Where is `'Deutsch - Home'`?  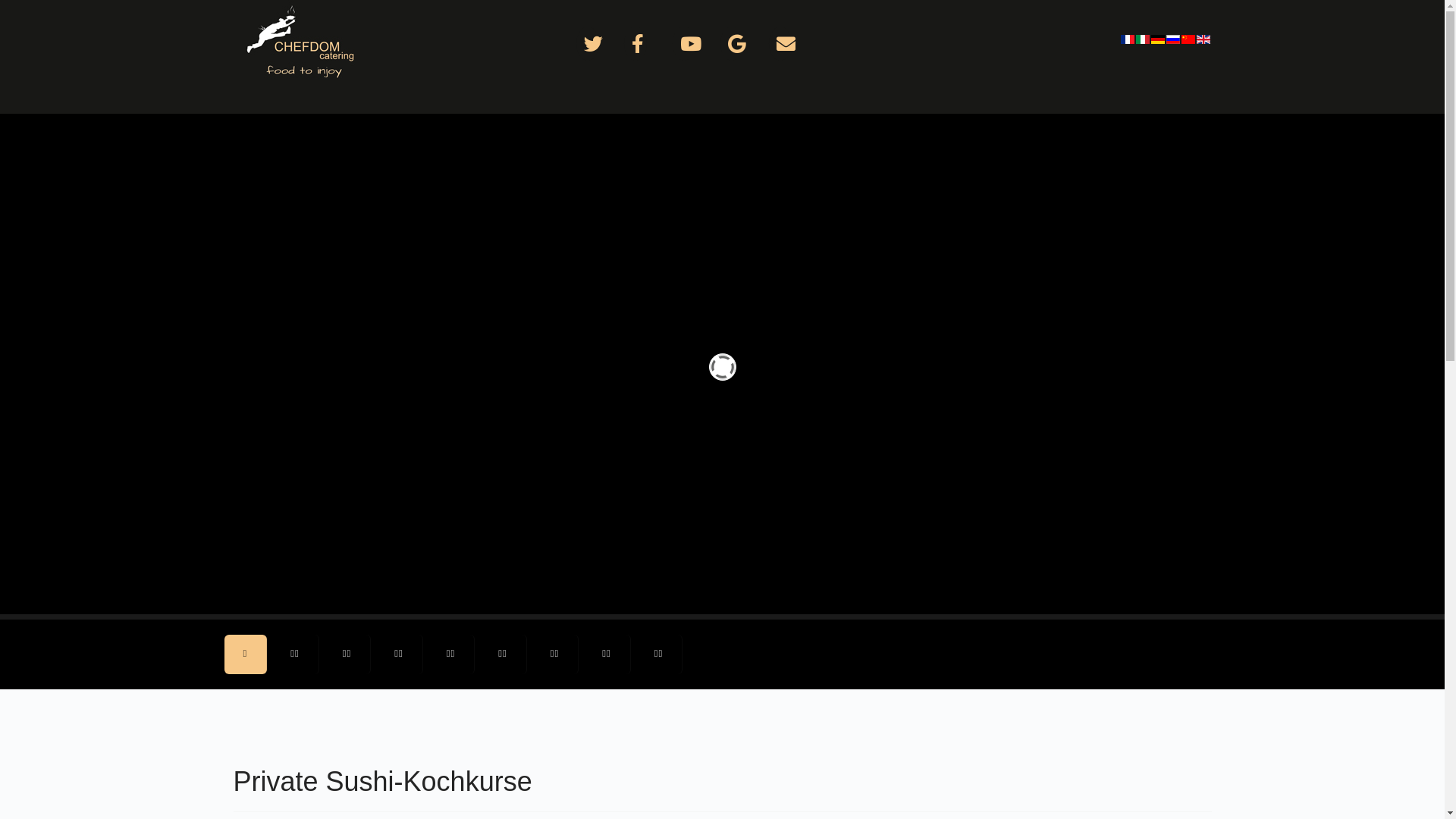
'Deutsch - Home' is located at coordinates (1150, 38).